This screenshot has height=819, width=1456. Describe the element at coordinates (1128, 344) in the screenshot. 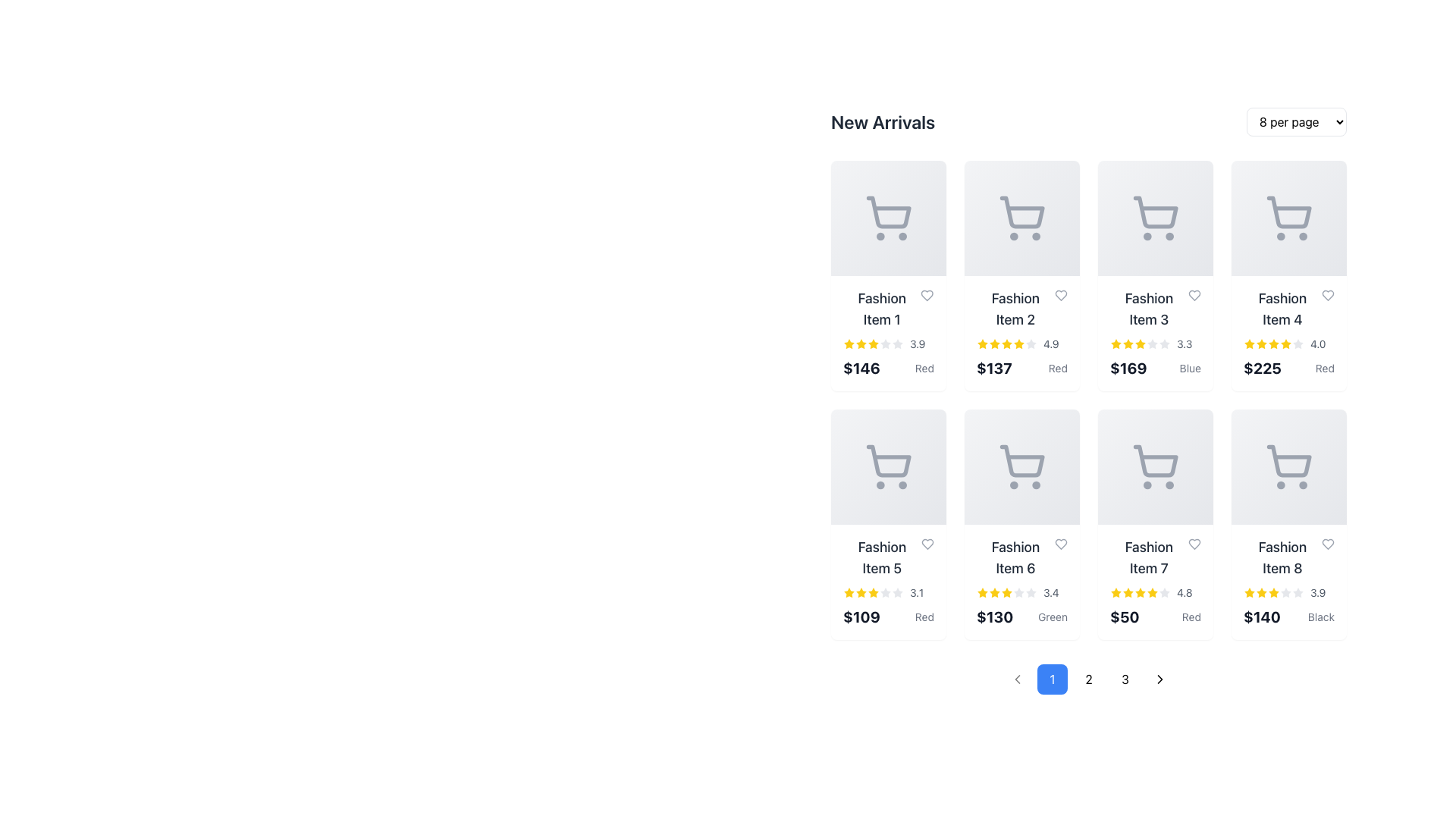

I see `the filled yellow star icon, which is the third star in the row of rating elements for the product 'Fashion Item 3', to interact with it for rating` at that location.